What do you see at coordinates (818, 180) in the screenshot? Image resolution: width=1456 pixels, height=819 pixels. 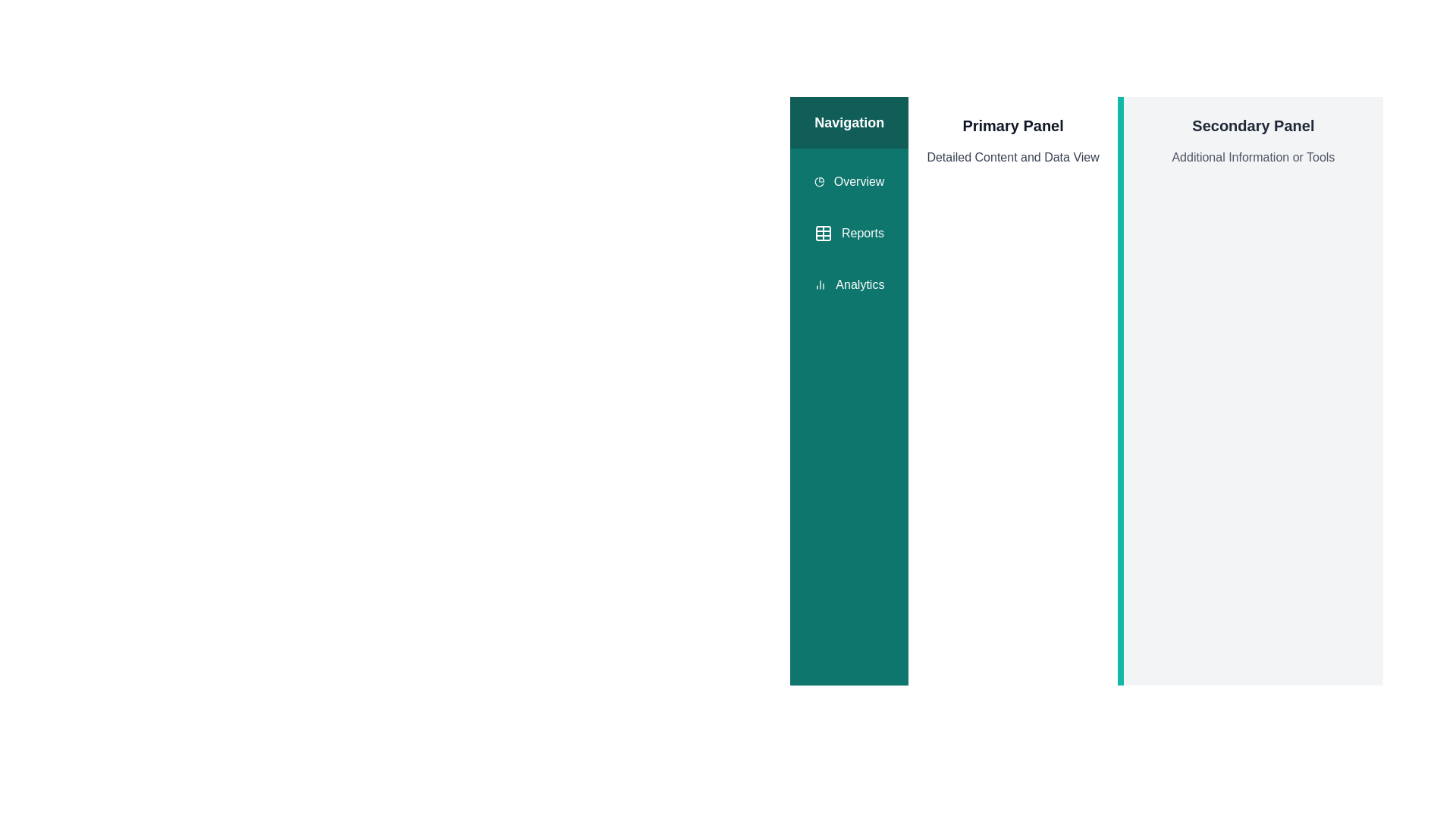 I see `the pie chart icon, which is the leftmost icon in the 'Overview' row of the navigation menu on the left-hand side` at bounding box center [818, 180].